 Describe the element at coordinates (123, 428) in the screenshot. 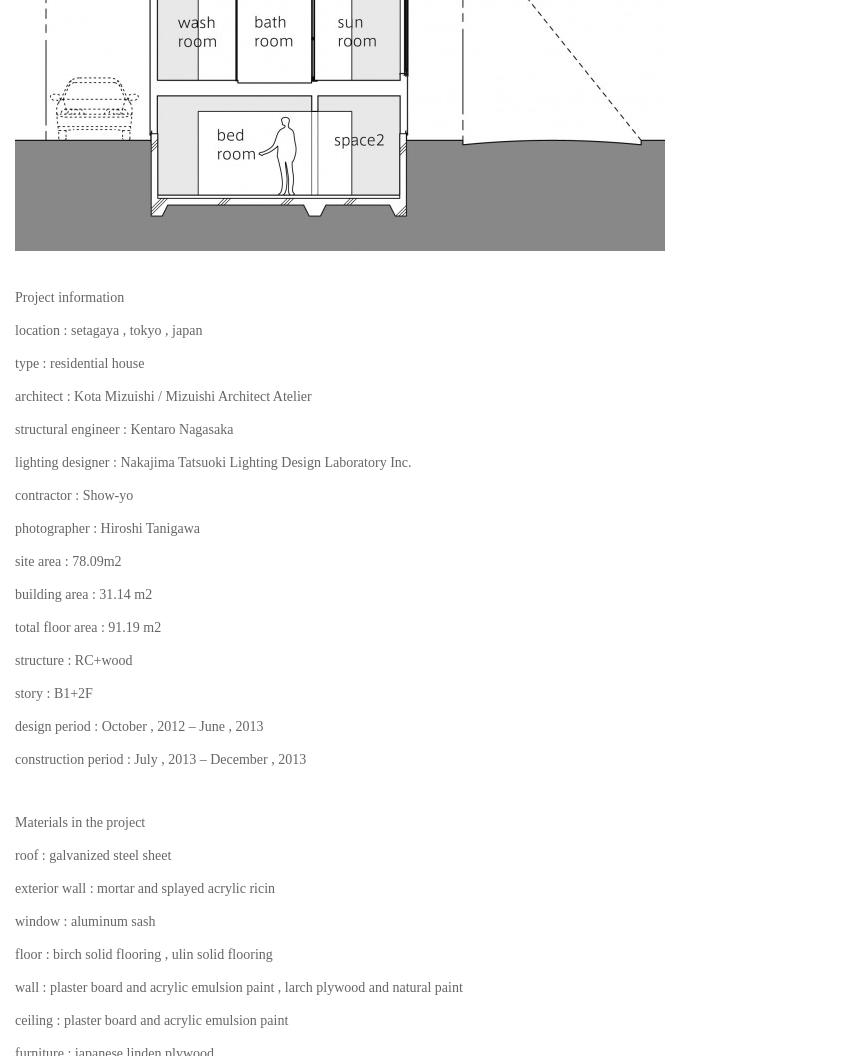

I see `'structural engineer : Kentaro Nagasaka'` at that location.